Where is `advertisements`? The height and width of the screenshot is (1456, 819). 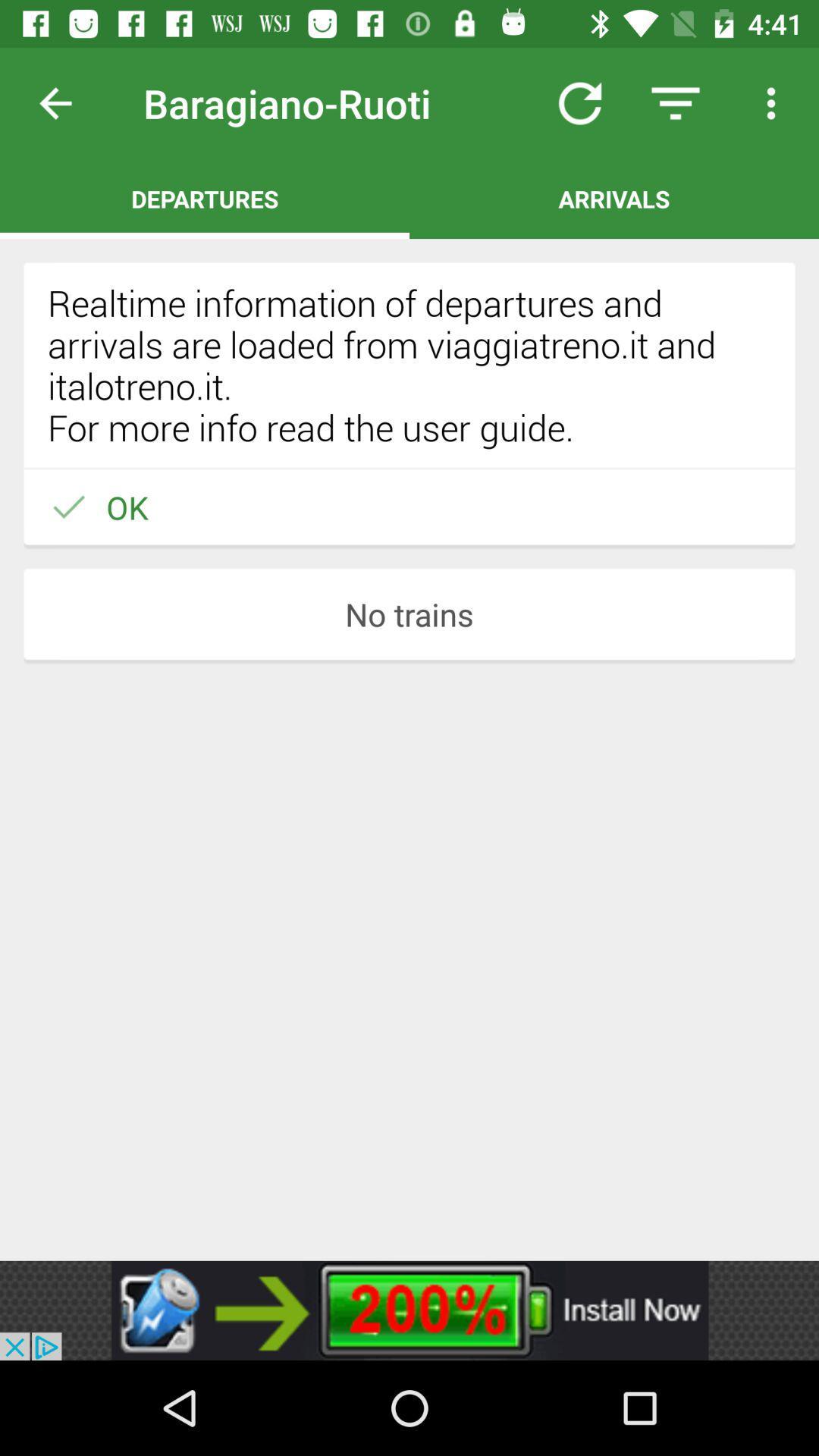
advertisements is located at coordinates (409, 1310).